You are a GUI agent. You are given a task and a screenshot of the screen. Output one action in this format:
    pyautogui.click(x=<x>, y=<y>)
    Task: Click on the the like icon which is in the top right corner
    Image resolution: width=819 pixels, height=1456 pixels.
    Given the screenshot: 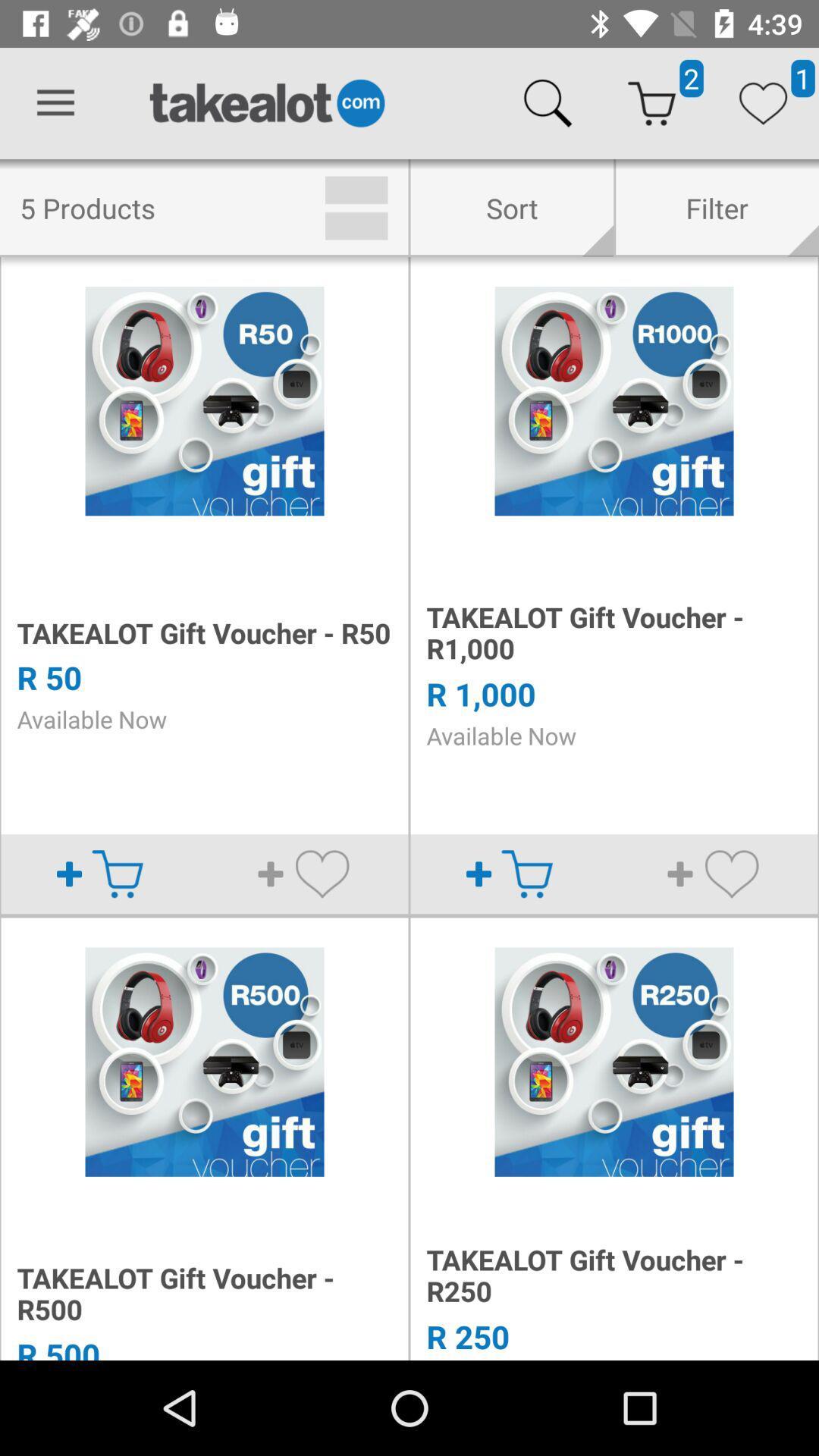 What is the action you would take?
    pyautogui.click(x=763, y=103)
    